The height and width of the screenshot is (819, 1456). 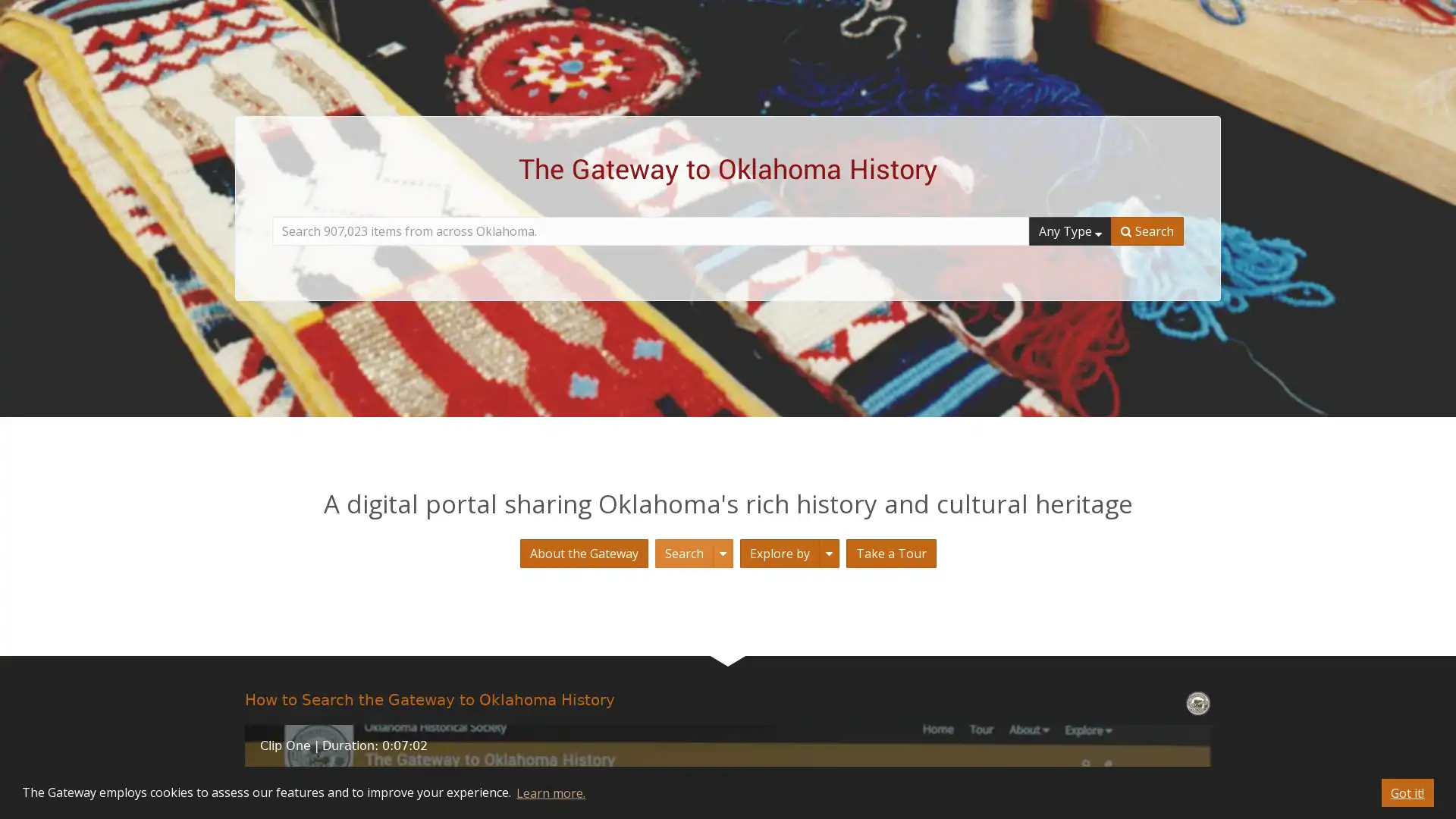 What do you see at coordinates (1069, 231) in the screenshot?
I see `This button allows you to pre-filter your search to a specific type of object. Default behavior is to apply your search terms to all item types.` at bounding box center [1069, 231].